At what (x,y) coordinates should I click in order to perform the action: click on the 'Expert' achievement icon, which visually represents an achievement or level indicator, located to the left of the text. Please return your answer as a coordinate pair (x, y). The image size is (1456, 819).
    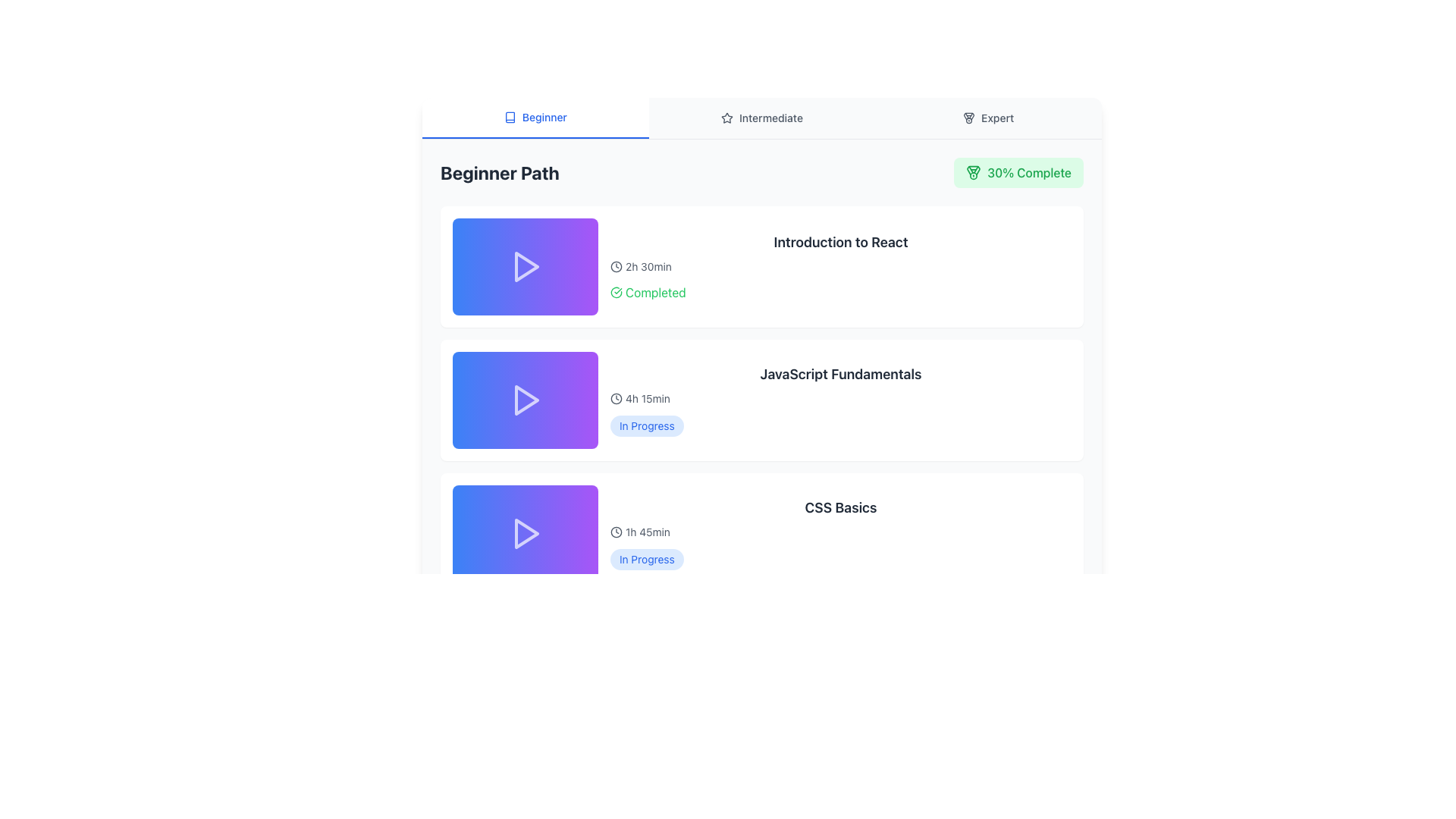
    Looking at the image, I should click on (968, 117).